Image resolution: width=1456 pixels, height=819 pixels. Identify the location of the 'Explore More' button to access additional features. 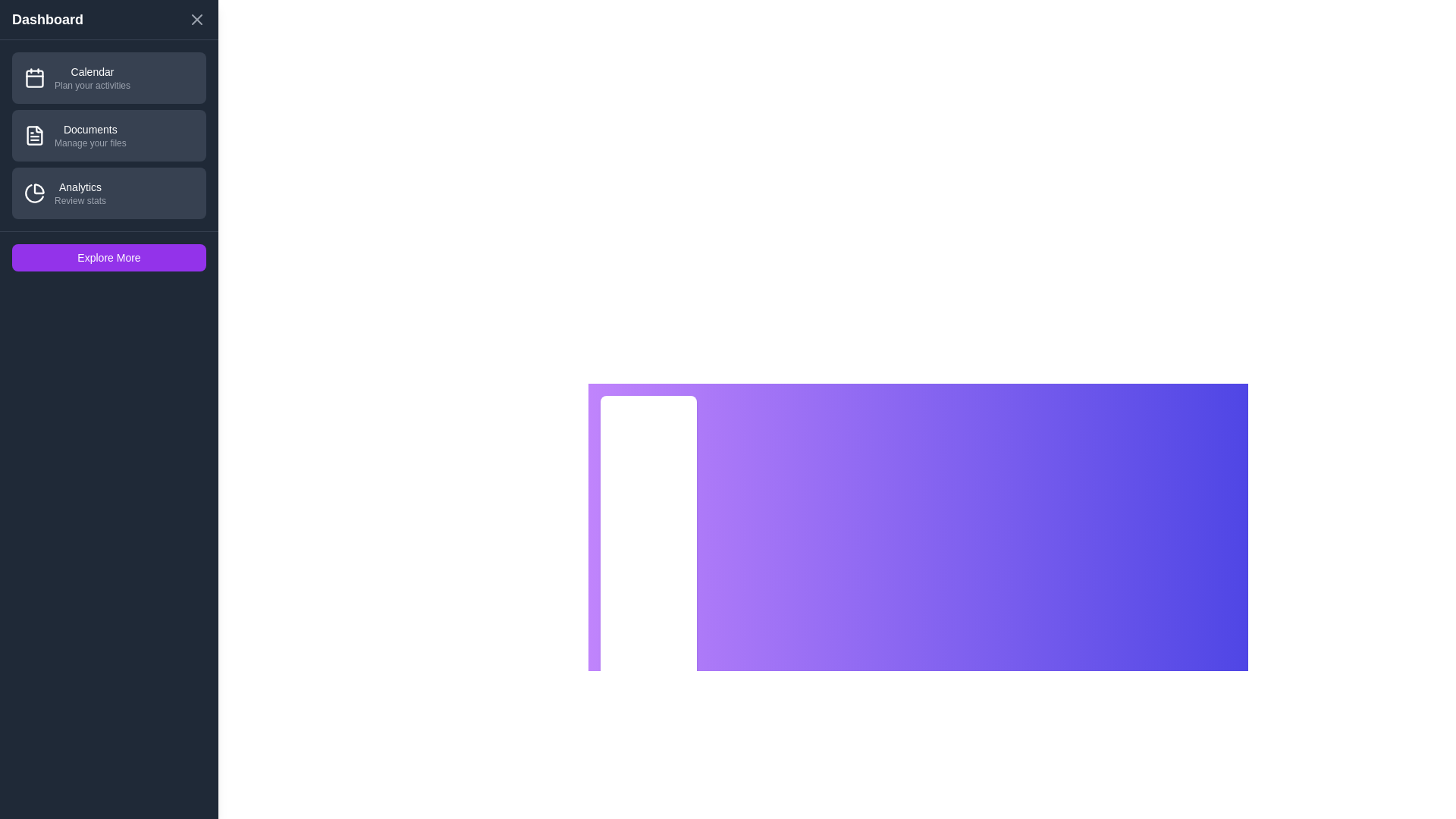
(108, 256).